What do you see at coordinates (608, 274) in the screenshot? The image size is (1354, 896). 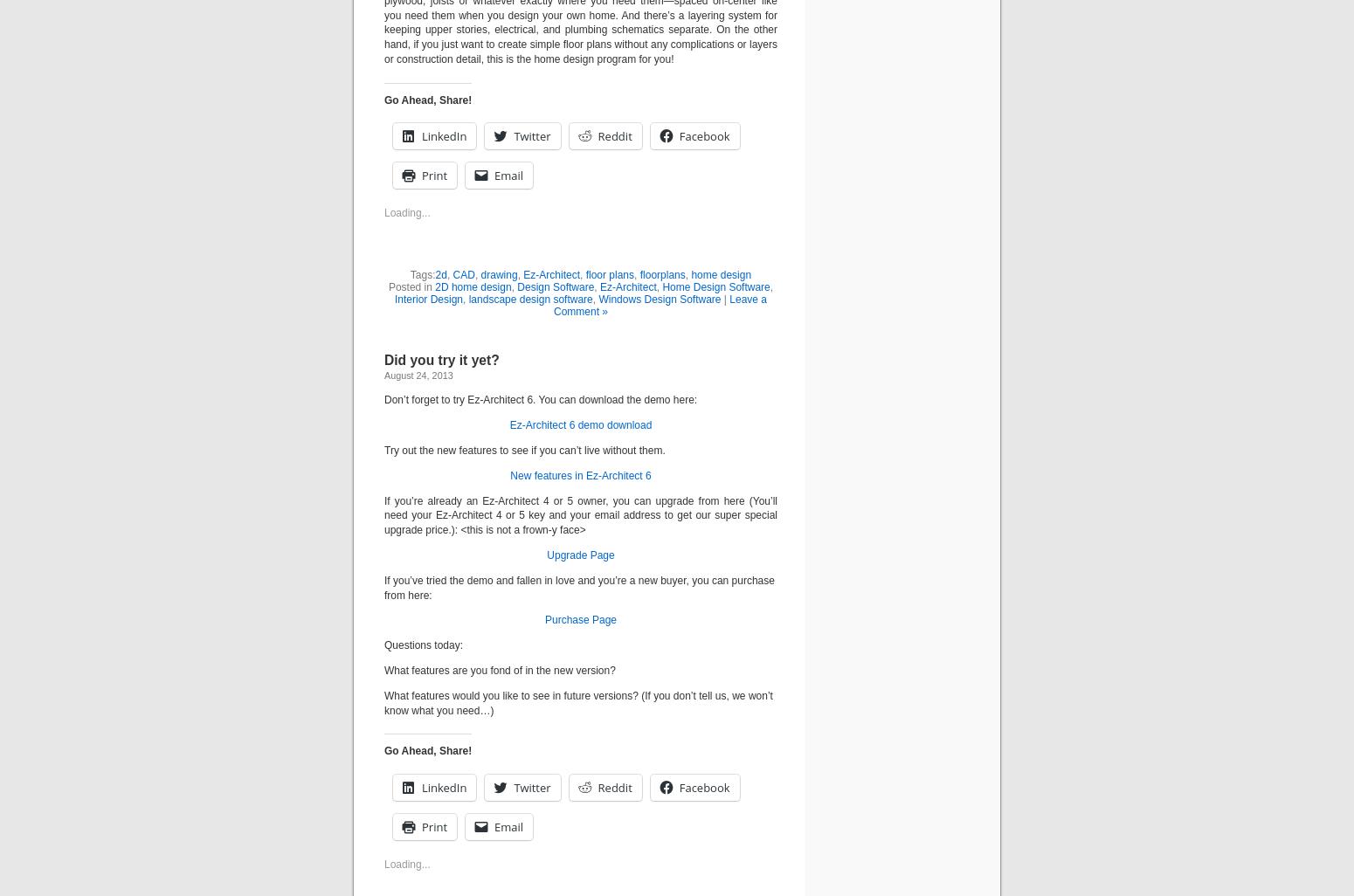 I see `'floor plans'` at bounding box center [608, 274].